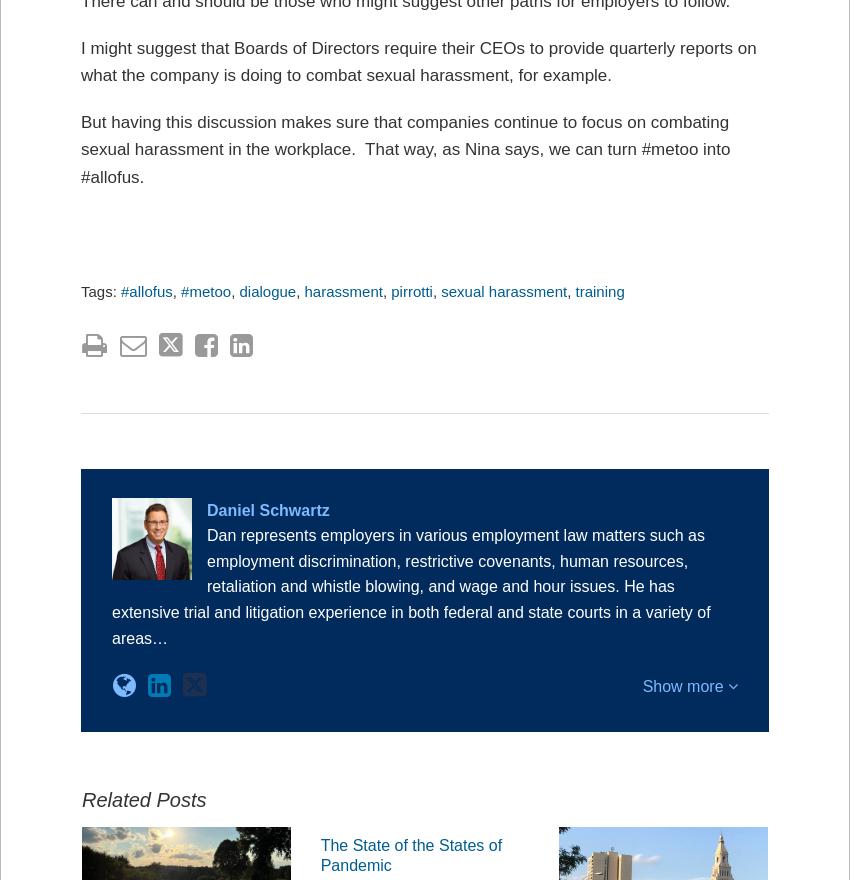  I want to click on 'Dan represents employers in various employment law matters such as employment discrimination, restrictive covenants, human resources, retaliation and whistle blowing, and wage and hour issues. He has extensive trial and litigation experience in both federal and state courts in a variety of areas…', so click(410, 586).